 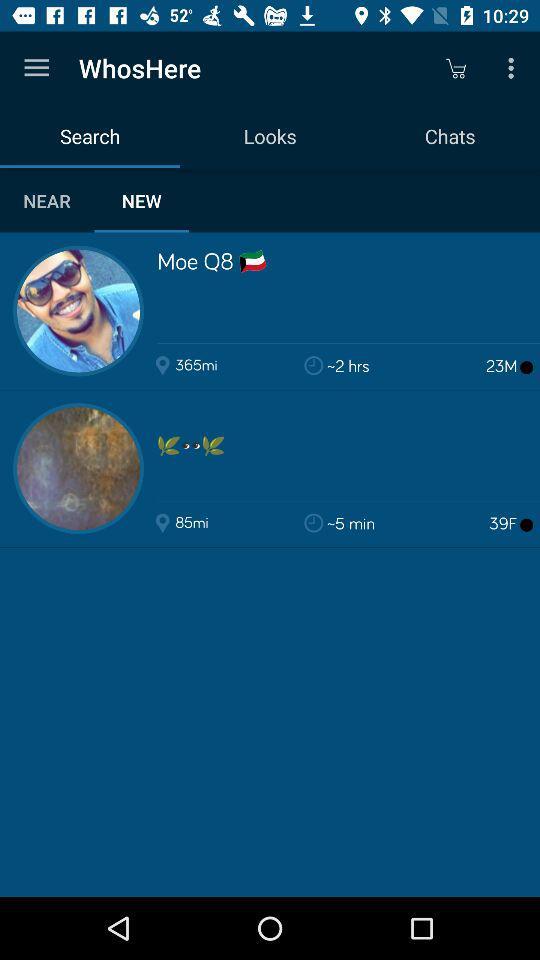 I want to click on the app above chats item, so click(x=455, y=68).